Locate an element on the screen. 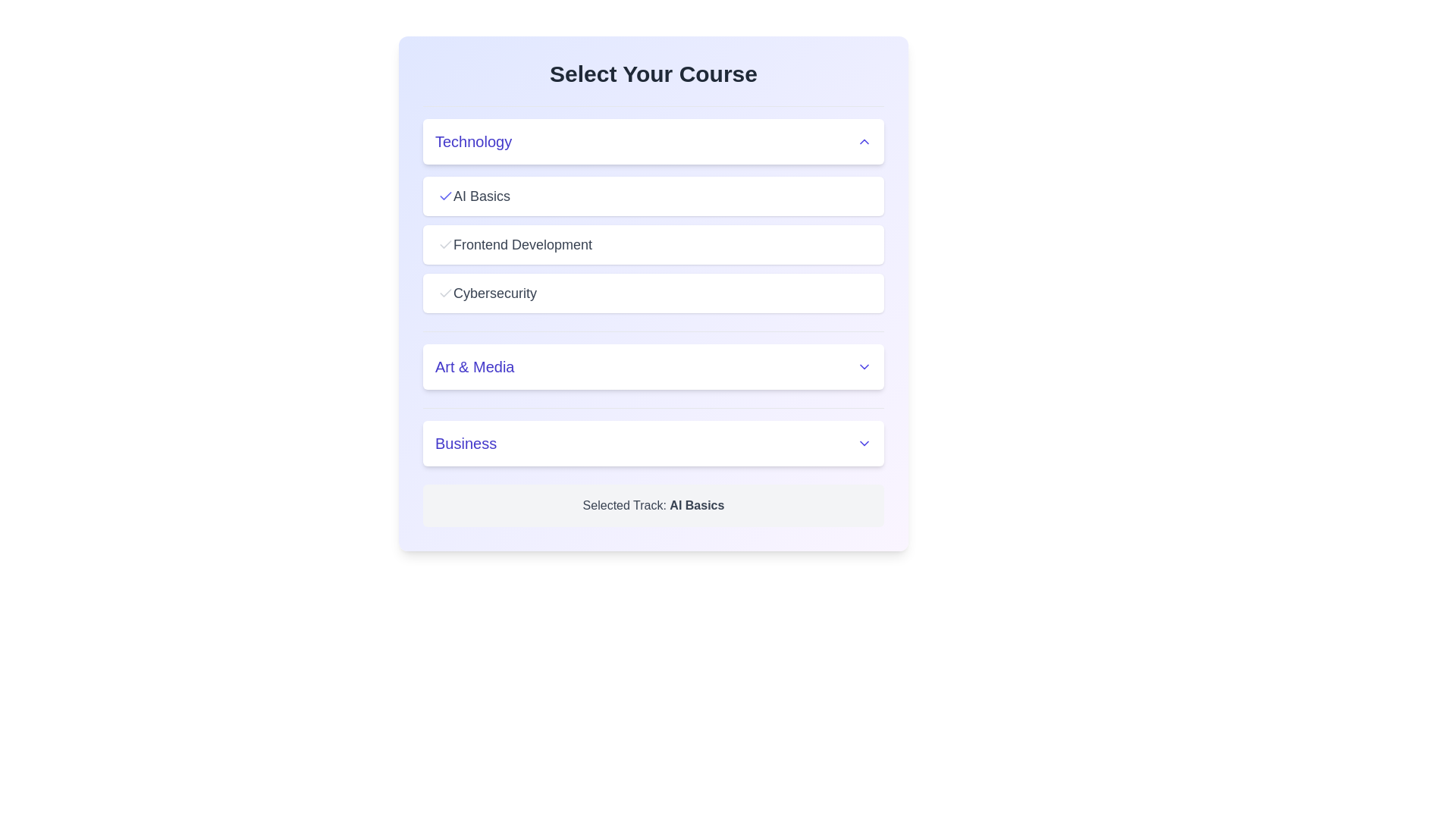 The width and height of the screenshot is (1456, 819). the indigo chevron-down icon located at the far right of the 'Art & Media' section is located at coordinates (864, 366).